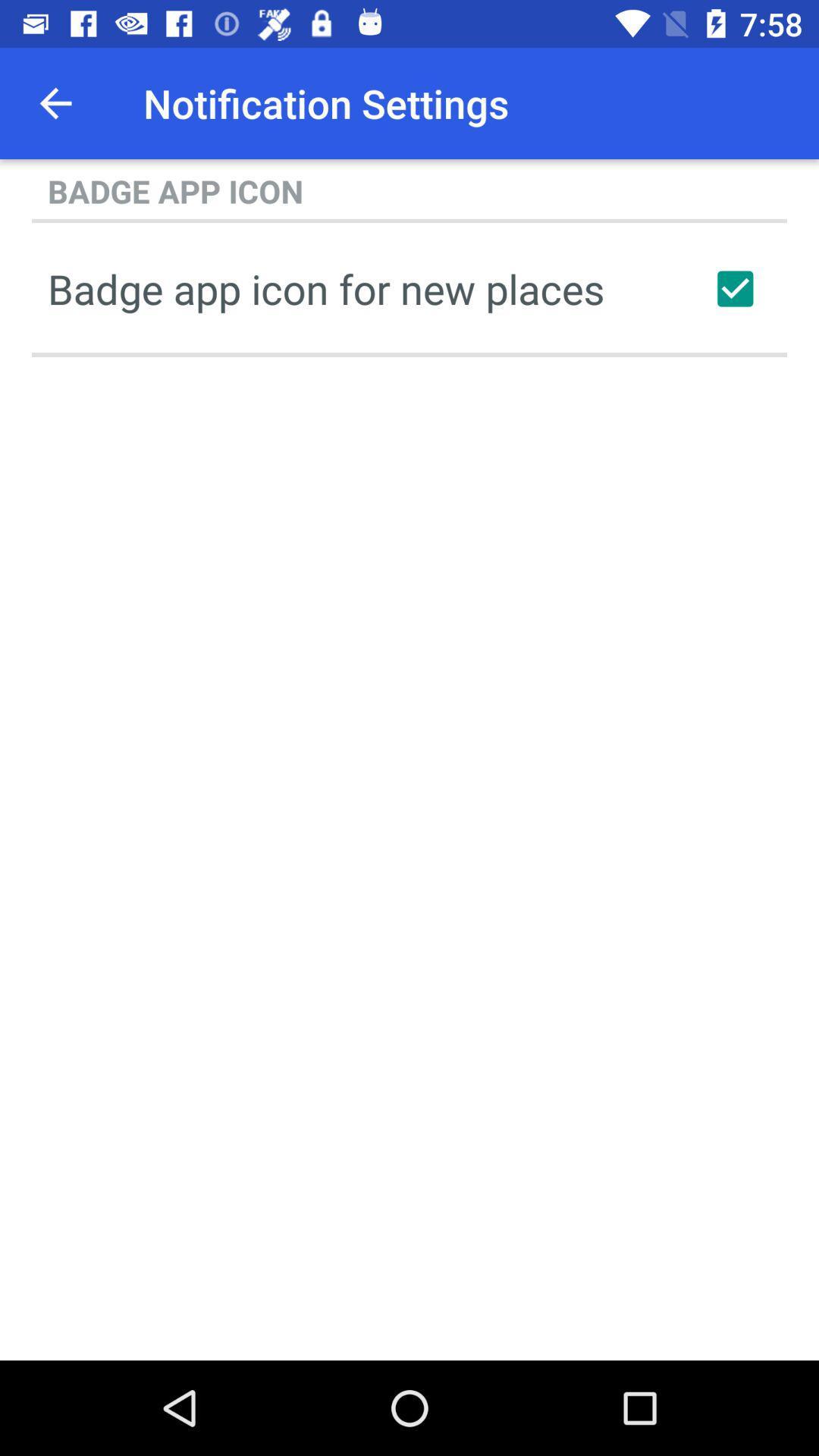 The width and height of the screenshot is (819, 1456). I want to click on icon above the badge app icon, so click(55, 102).